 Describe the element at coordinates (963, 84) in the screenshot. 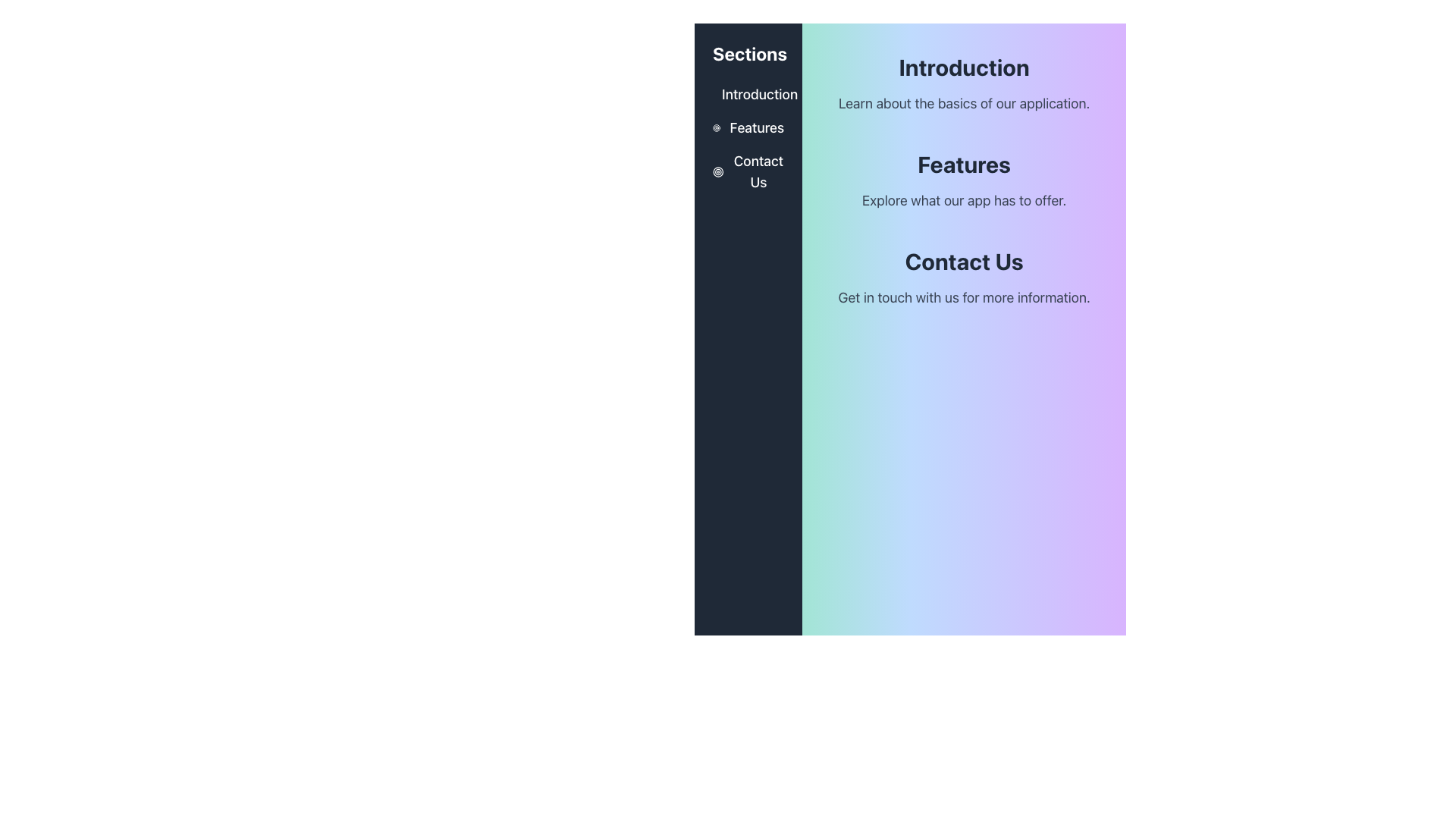

I see `the 'Introduction' header element which serves as a guide for the user, located at the top of the right column above the 'Features' and 'Contact Us' sections` at that location.